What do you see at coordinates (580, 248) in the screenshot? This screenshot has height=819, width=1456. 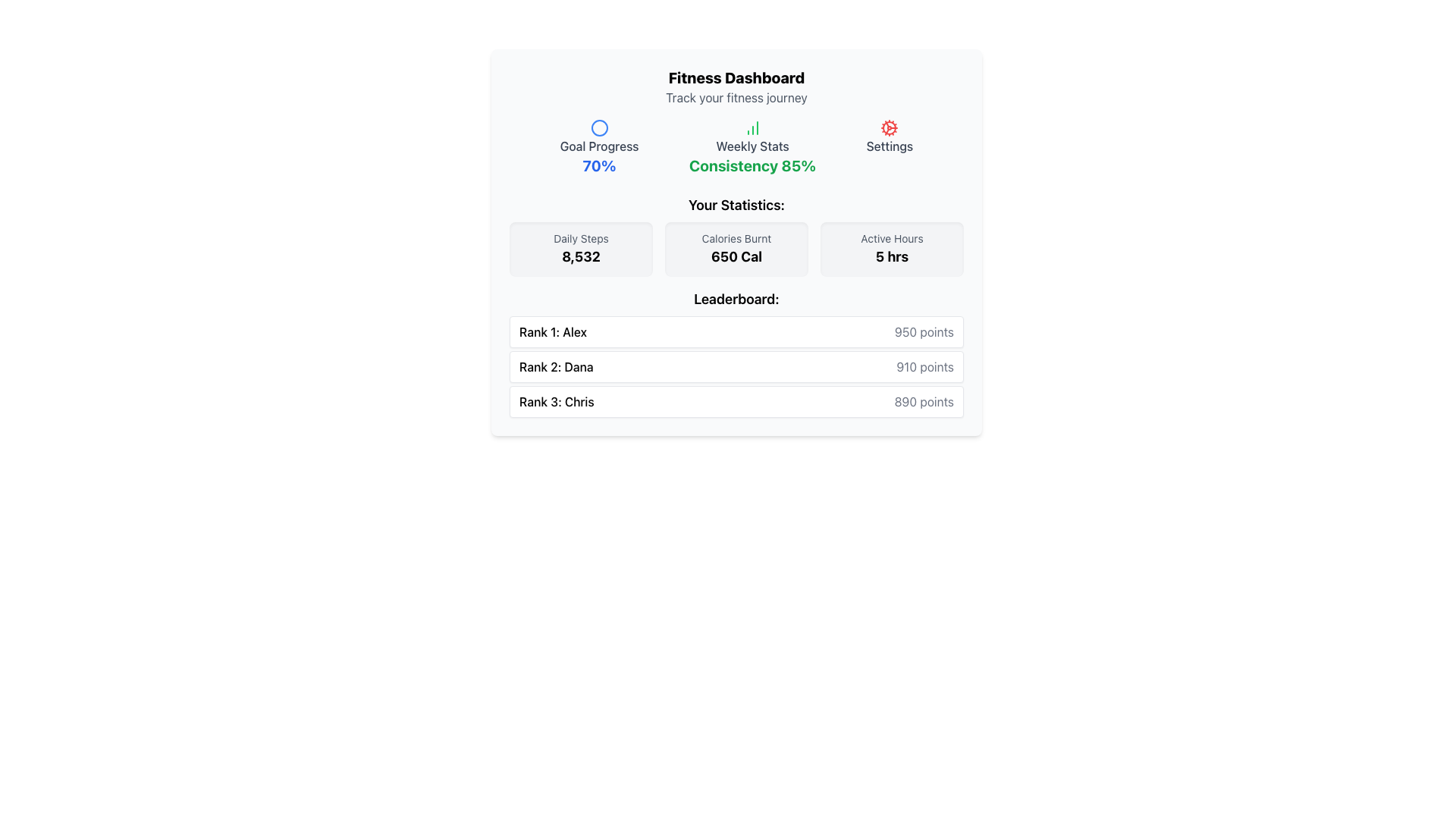 I see `the Informational card displaying 'Daily Steps' with the value '8,532' in a light gray background` at bounding box center [580, 248].